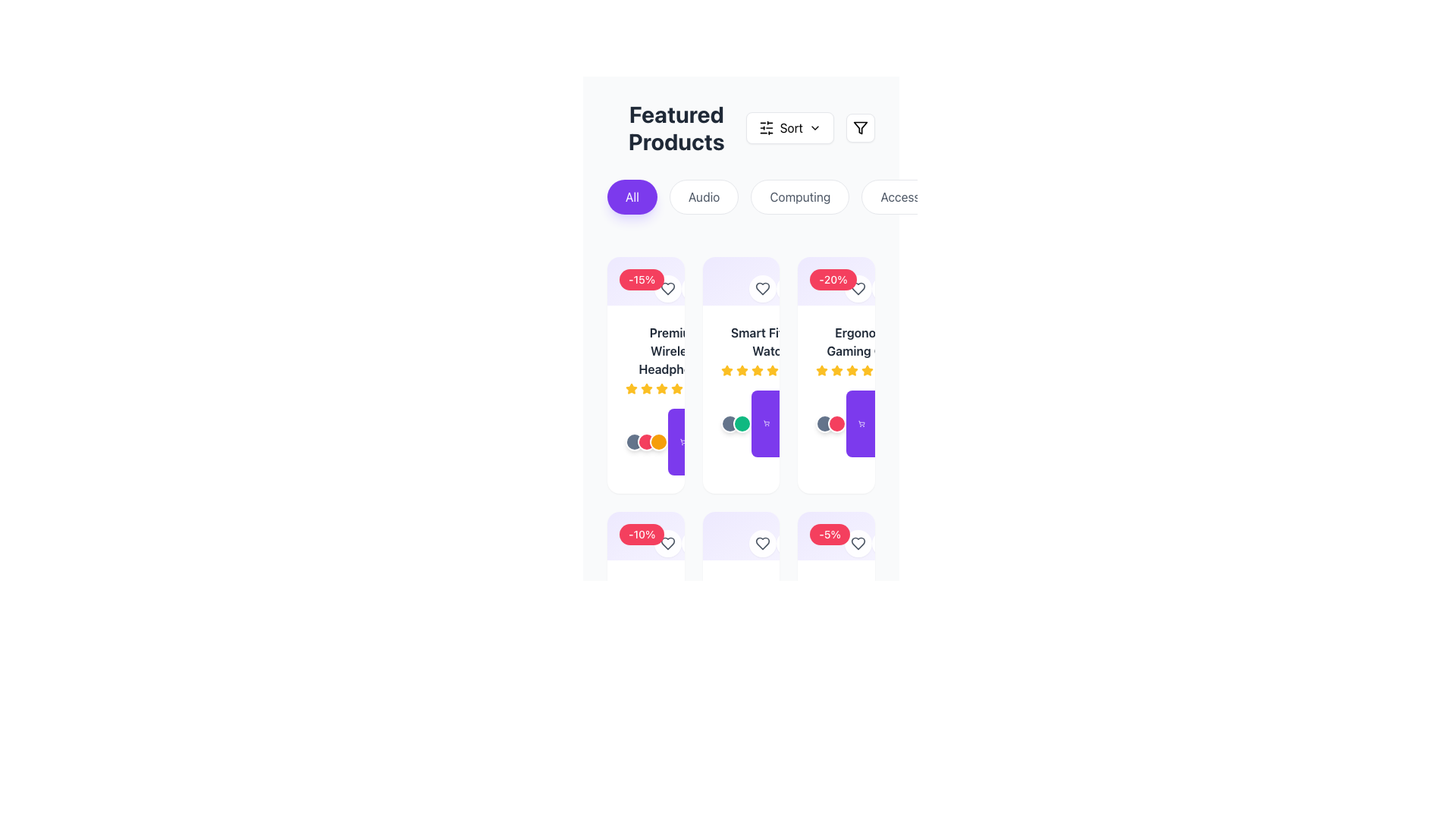 This screenshot has width=1456, height=819. I want to click on the leftmost circular icon button at the bottom of the 'Smart Fit Watch' product card, so click(730, 424).